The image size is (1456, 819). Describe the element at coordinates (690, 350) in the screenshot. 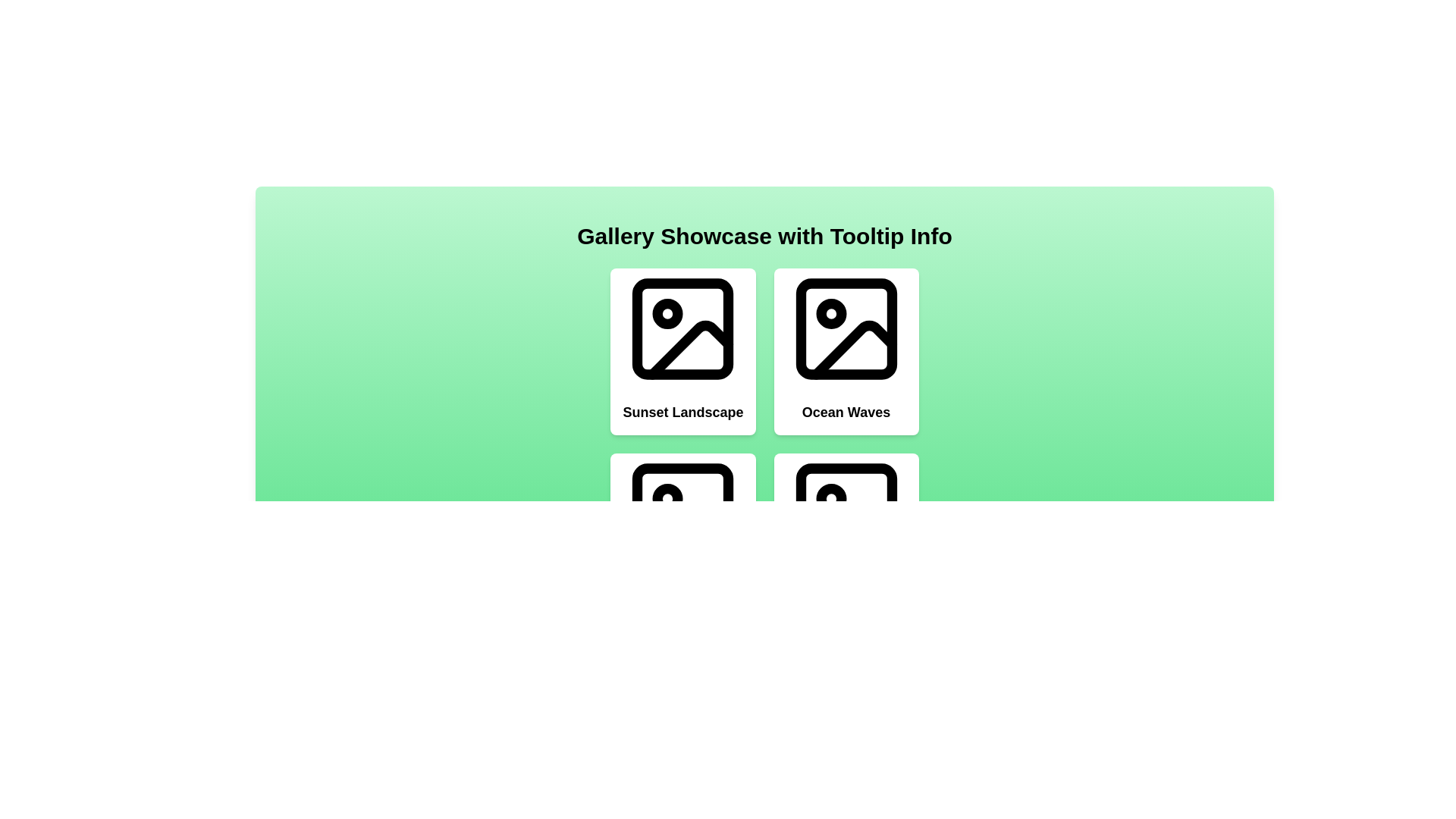

I see `the icon resembling a slanted line intersected by a rounded shape, which is located inside the left-hand square icon in the first row of the grid layout, just above the label 'Sunset Landscape'` at that location.